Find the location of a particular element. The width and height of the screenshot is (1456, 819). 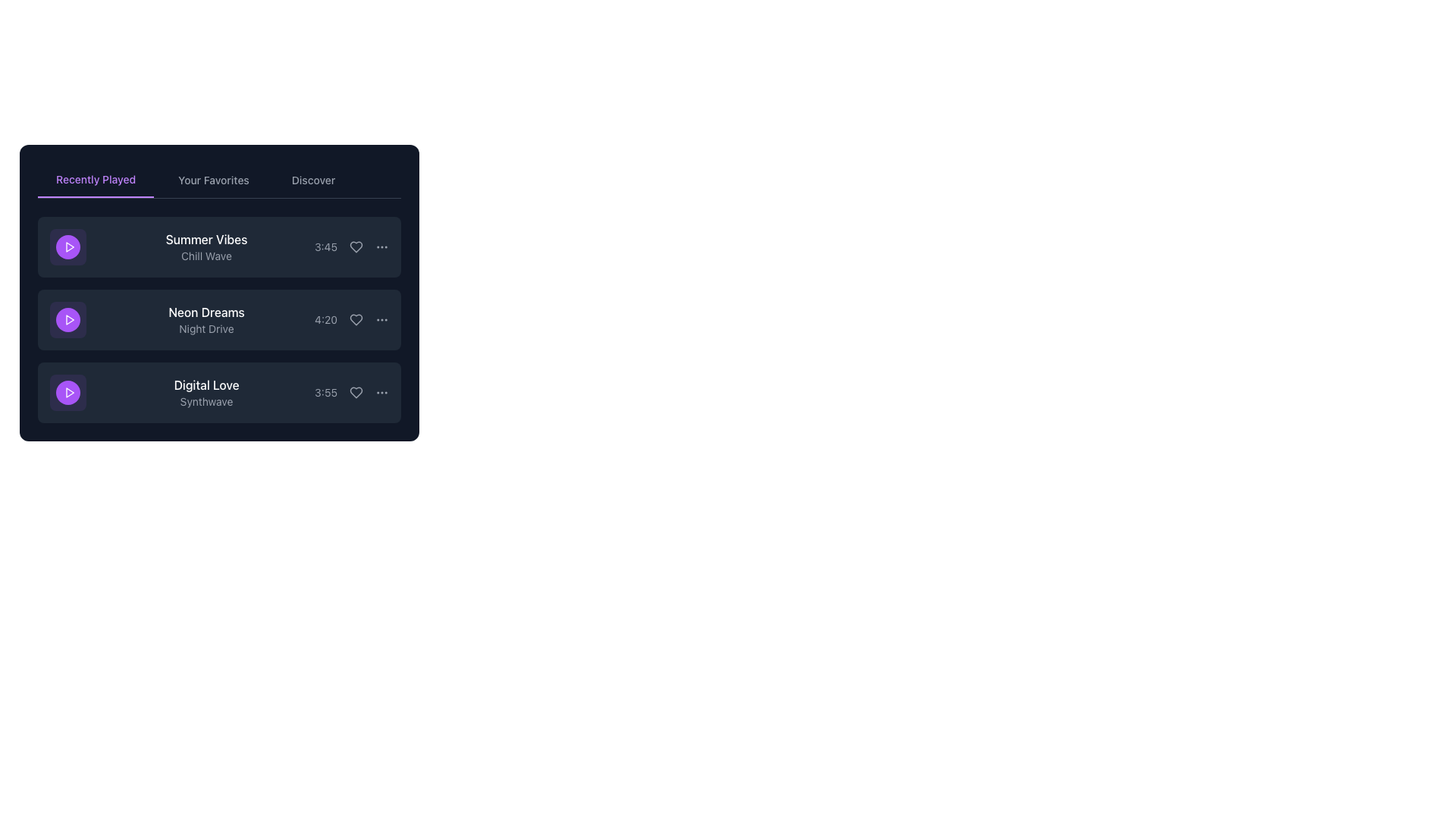

the text label indicating the genre of the song 'Synthwave' located in the third row of the playlist section, directly below the title 'Digital Love' is located at coordinates (206, 400).